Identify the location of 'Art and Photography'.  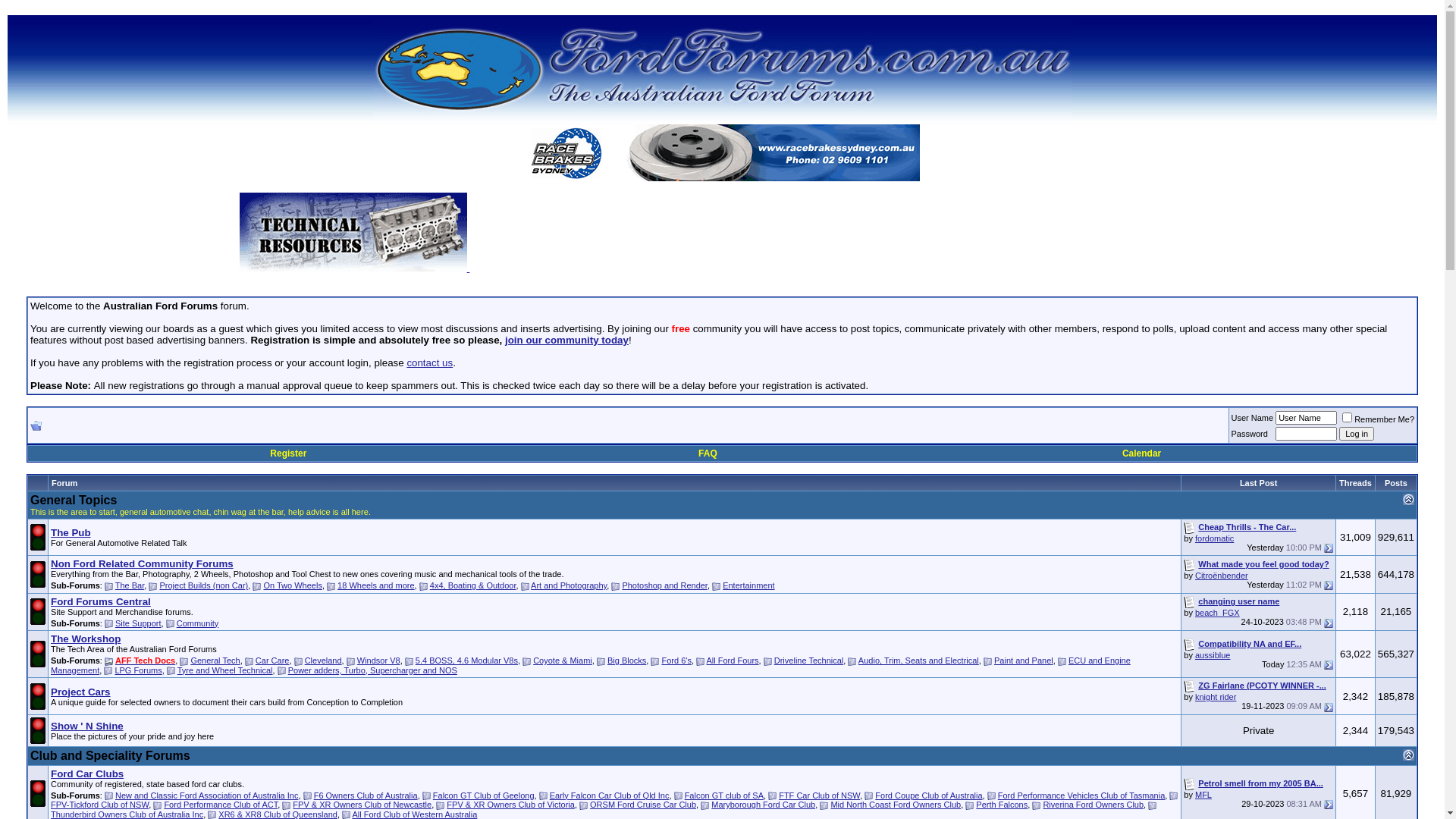
(567, 584).